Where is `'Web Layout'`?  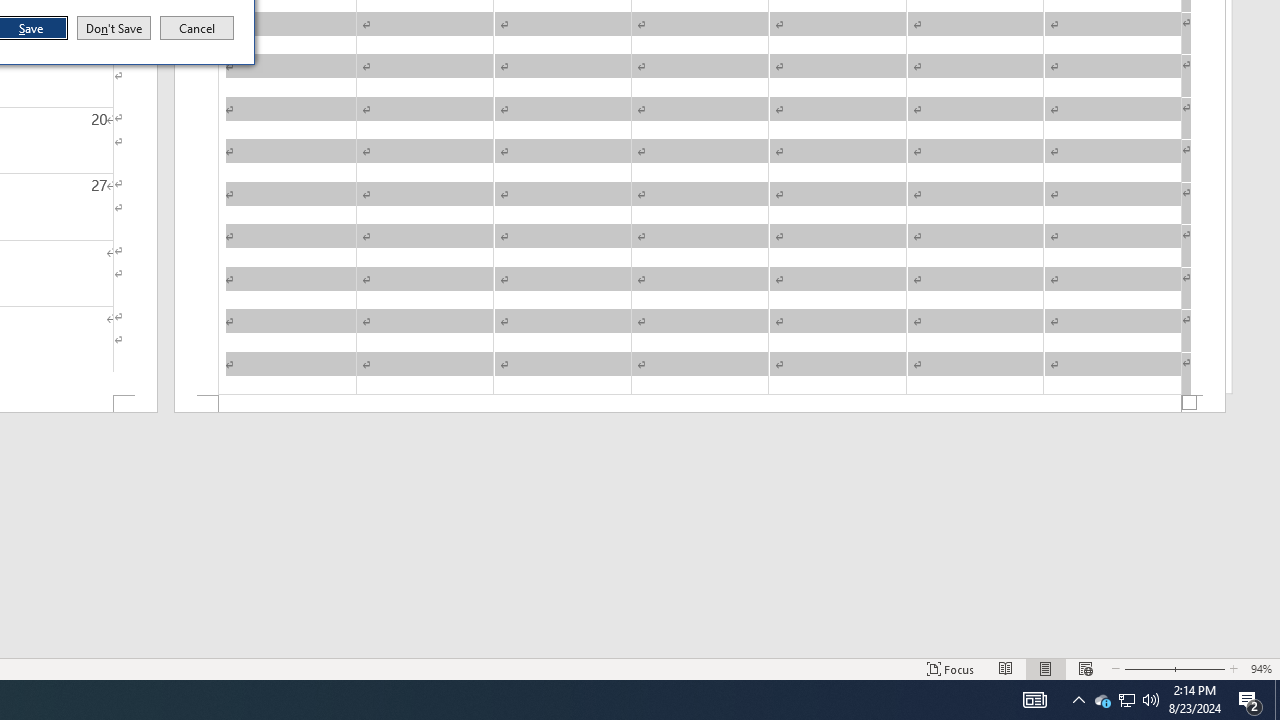 'Web Layout' is located at coordinates (1085, 669).